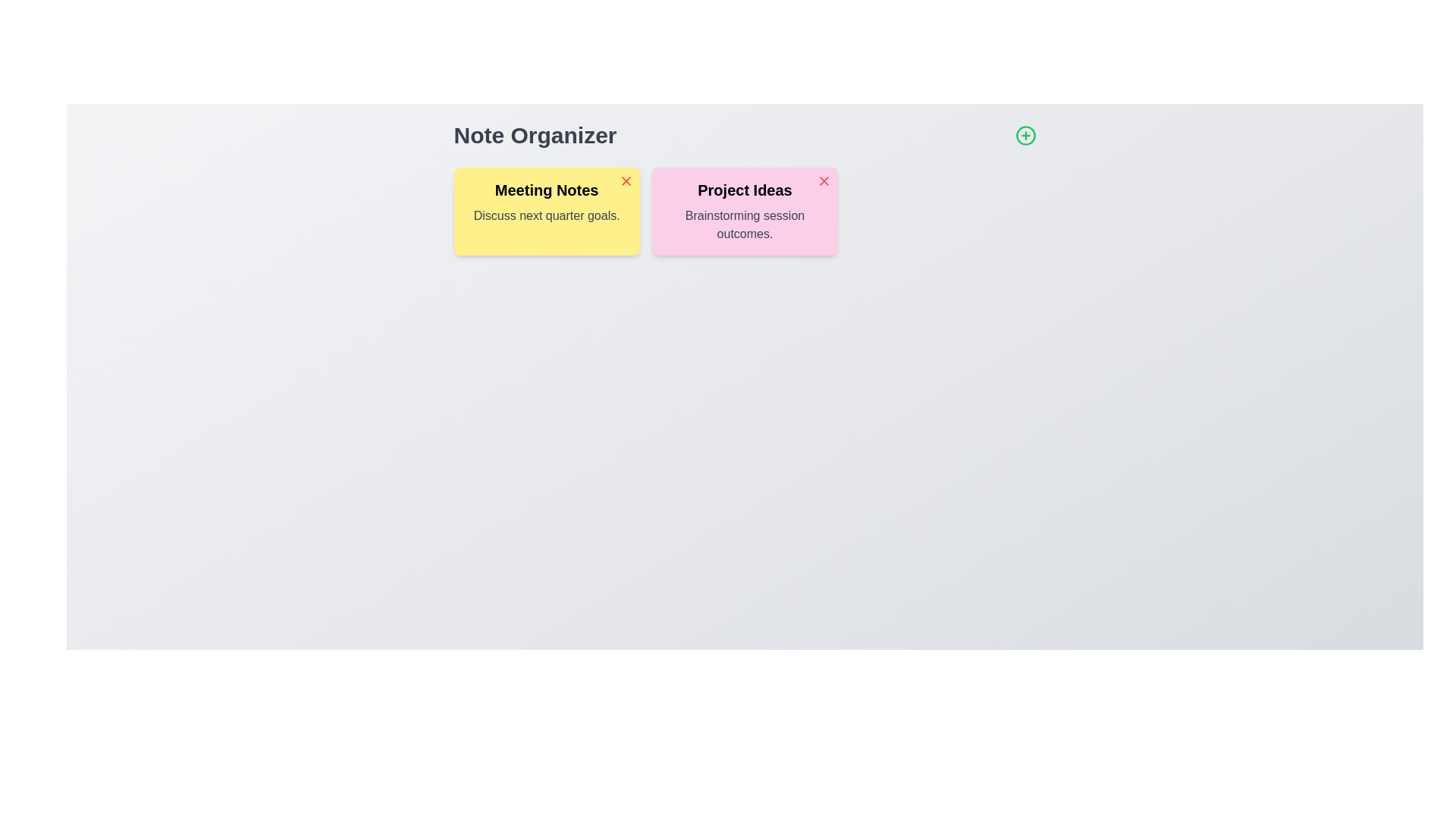 The width and height of the screenshot is (1456, 819). What do you see at coordinates (1025, 134) in the screenshot?
I see `the circular outer border of the plus-sign icon located in the top-right corner of the interface` at bounding box center [1025, 134].